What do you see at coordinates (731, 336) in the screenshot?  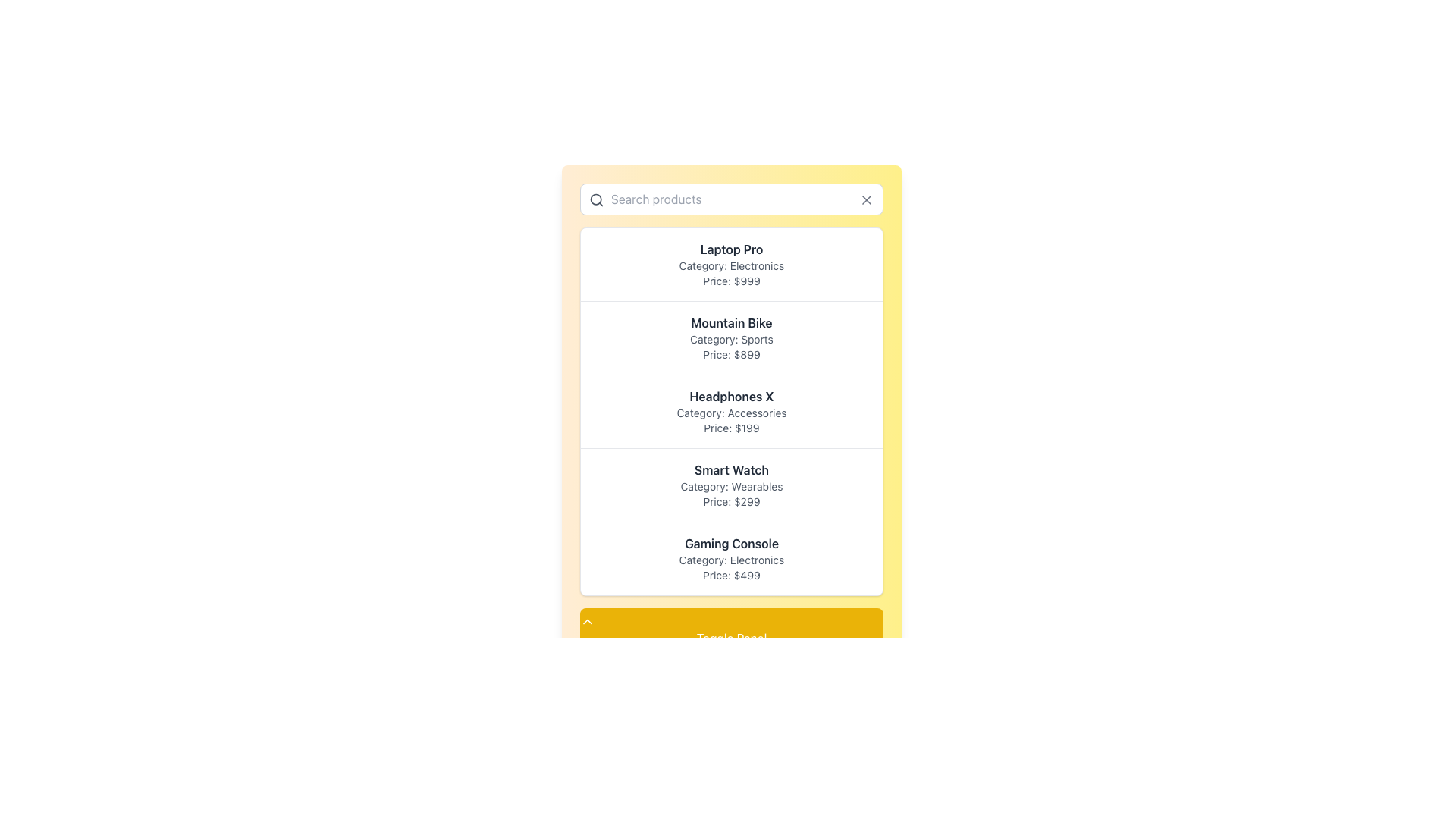 I see `the text-based display list item representing the product 'Mountain Bike', which is located between 'Laptop Pro' and 'Headphones X' in the vertical list` at bounding box center [731, 336].